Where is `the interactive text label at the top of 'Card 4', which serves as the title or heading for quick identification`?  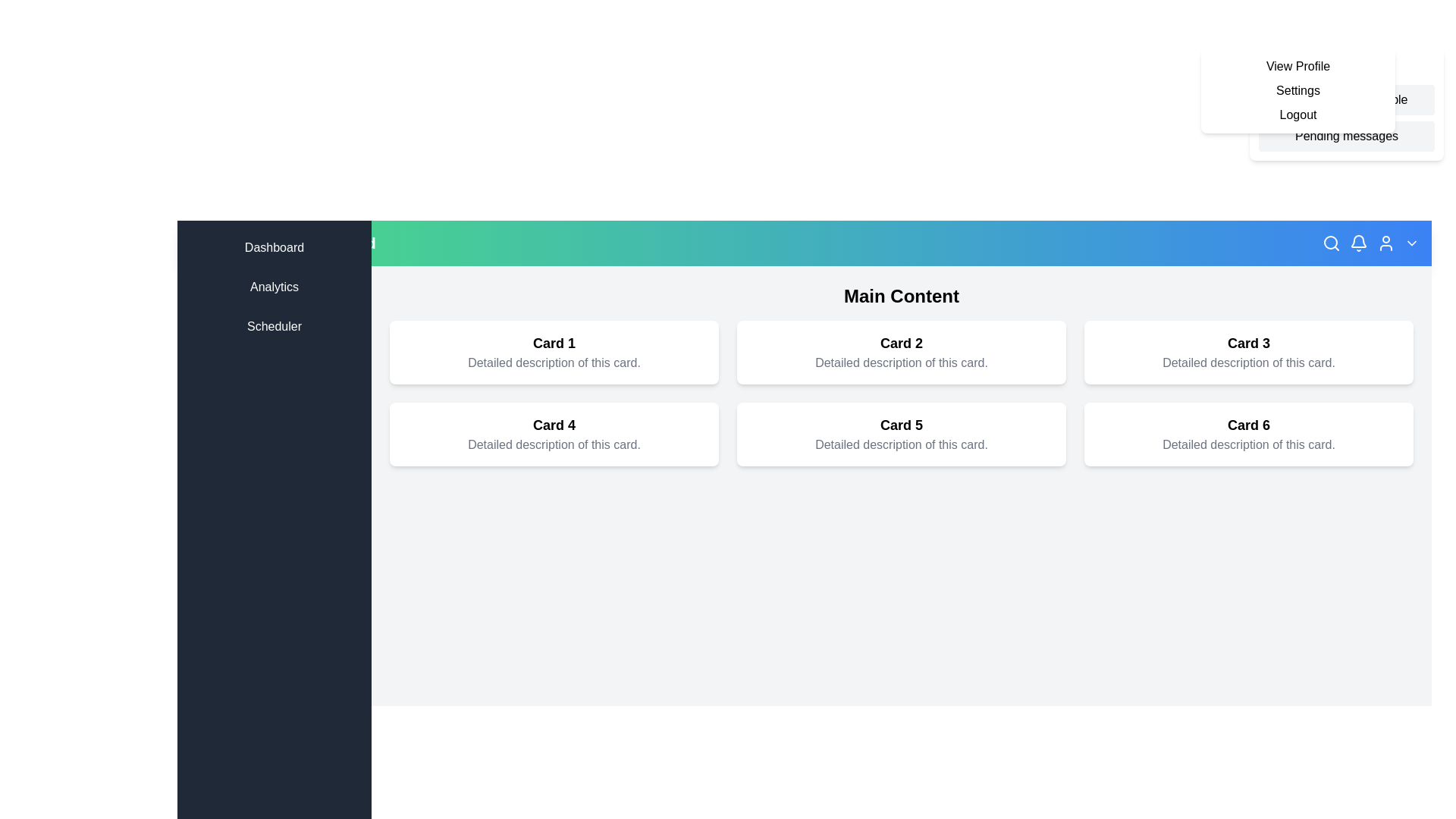 the interactive text label at the top of 'Card 4', which serves as the title or heading for quick identification is located at coordinates (553, 425).